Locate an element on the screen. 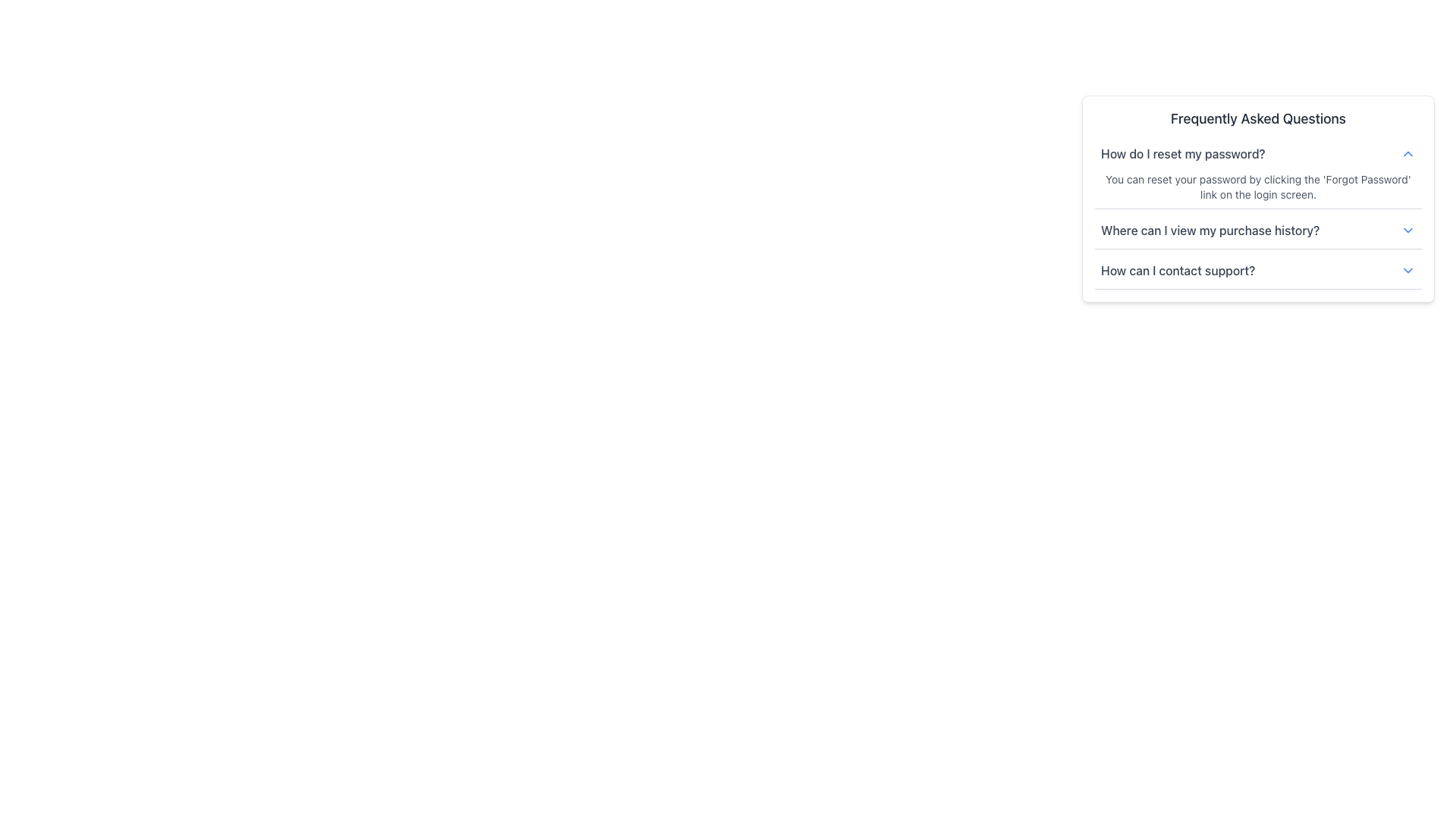 The height and width of the screenshot is (819, 1456). the static Text header at the top of the centered white rectangular card, which denotes the section's purpose is located at coordinates (1258, 118).